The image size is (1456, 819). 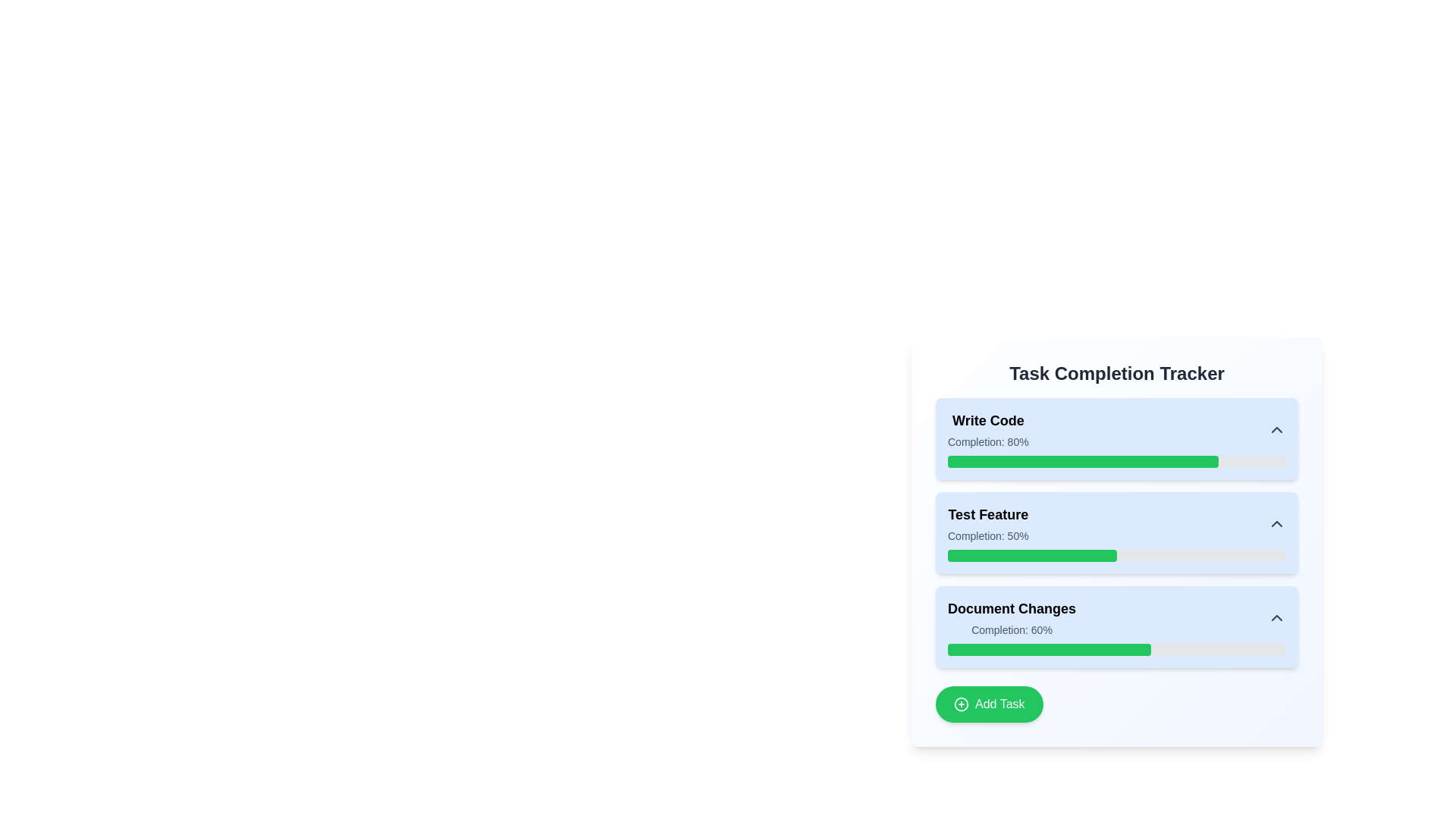 I want to click on the 'Test Feature' task details, so click(x=1117, y=541).